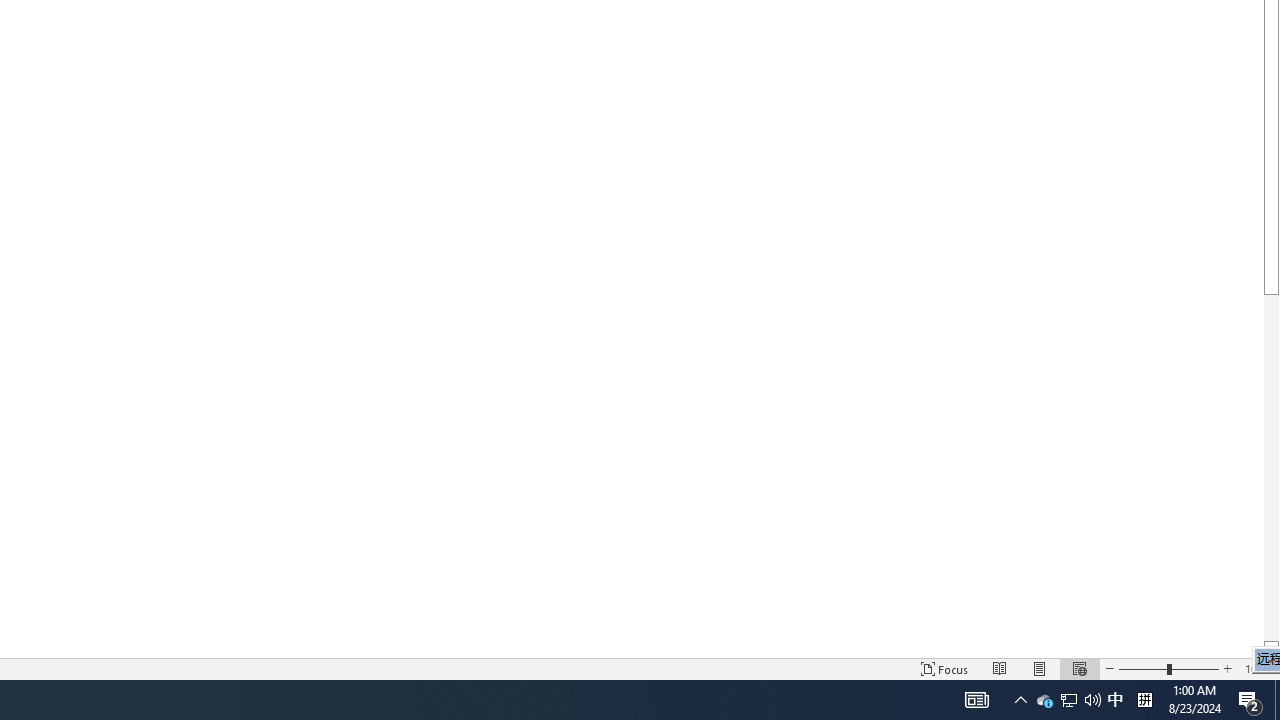 The image size is (1280, 720). What do you see at coordinates (1257, 669) in the screenshot?
I see `'Zoom 100%'` at bounding box center [1257, 669].